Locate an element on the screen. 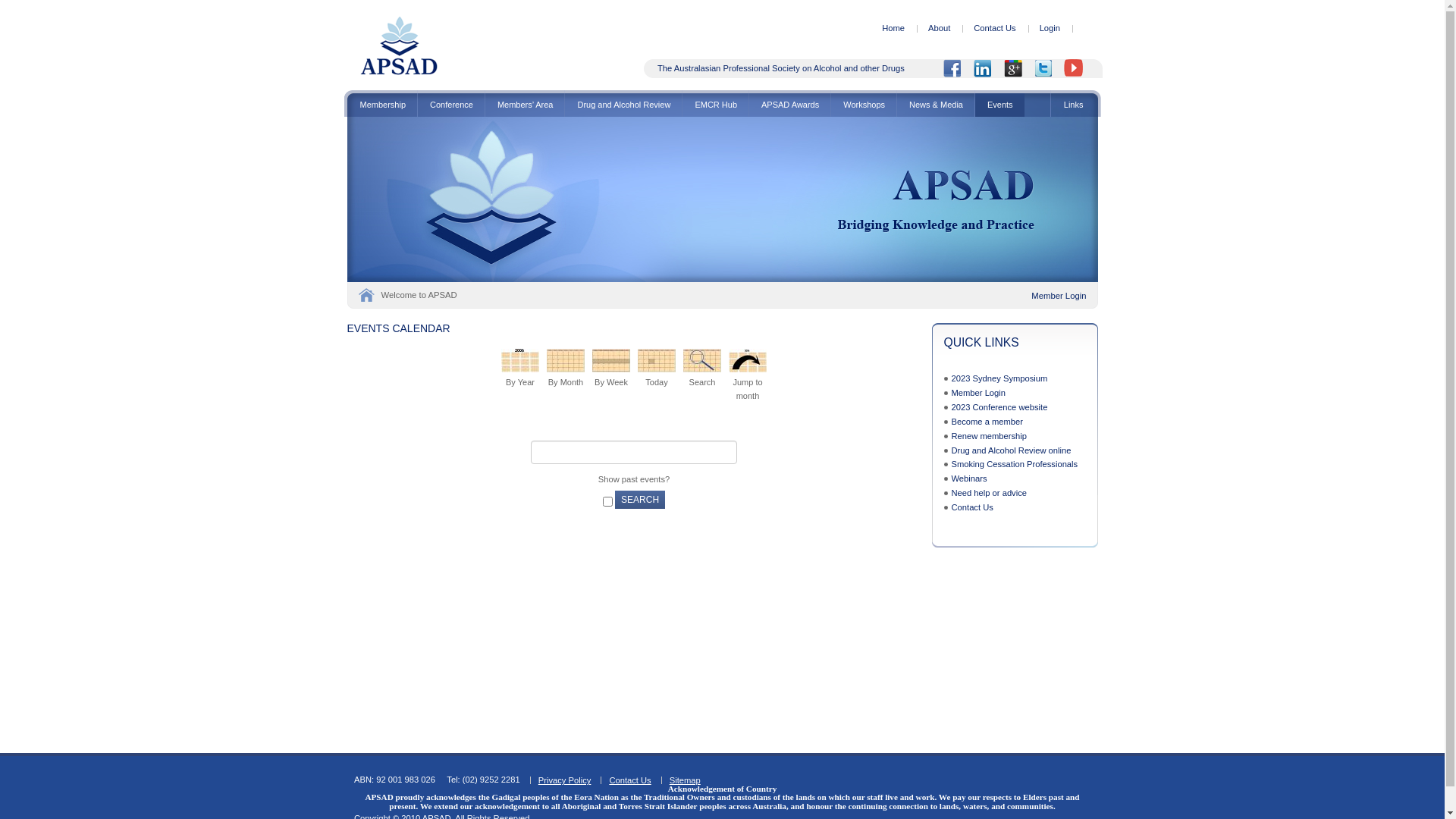  'Jump to month' is located at coordinates (728, 360).